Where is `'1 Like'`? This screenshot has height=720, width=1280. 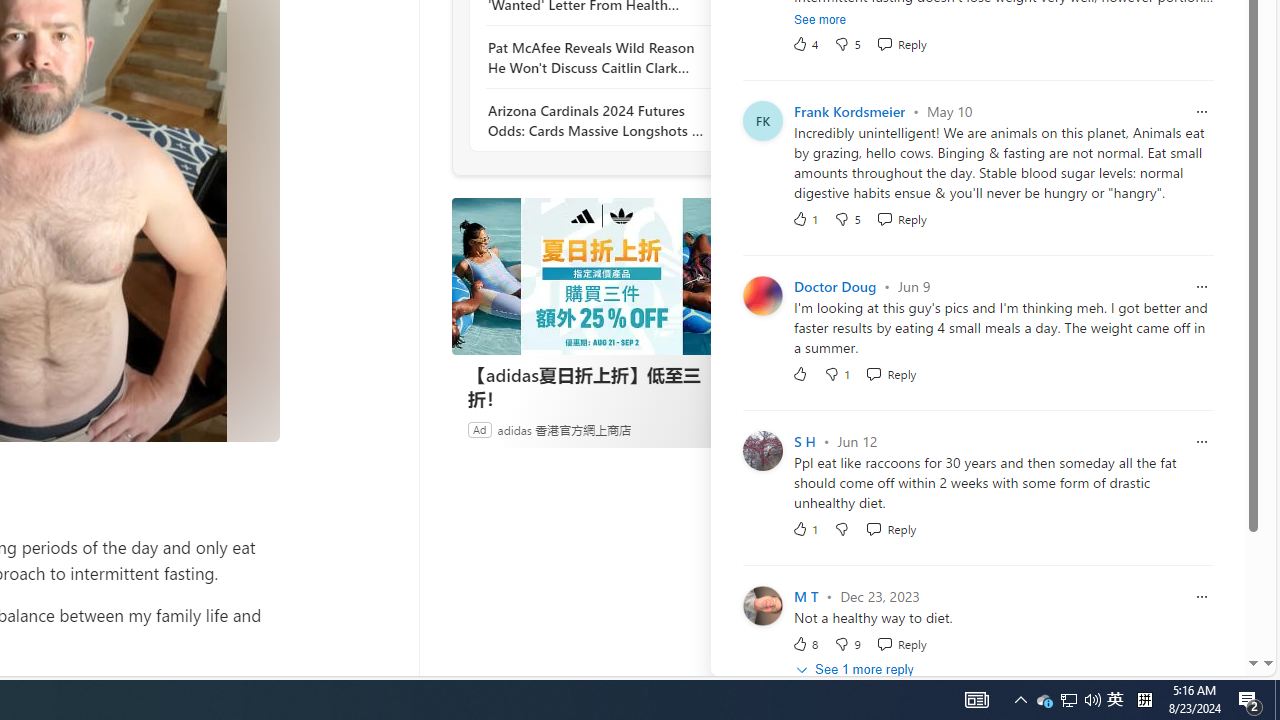 '1 Like' is located at coordinates (805, 527).